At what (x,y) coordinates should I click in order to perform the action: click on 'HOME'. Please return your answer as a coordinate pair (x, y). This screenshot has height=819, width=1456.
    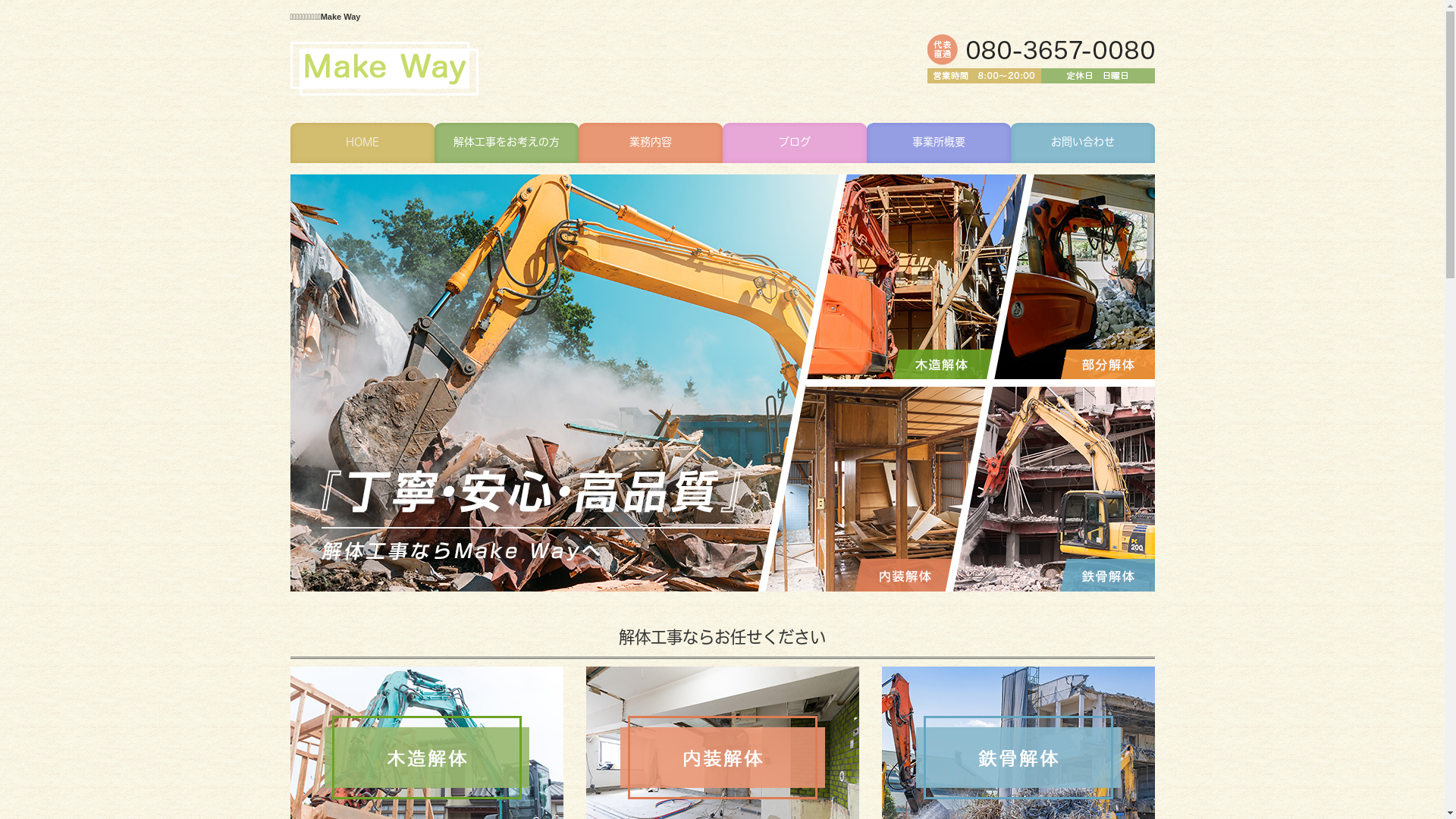
    Looking at the image, I should click on (290, 143).